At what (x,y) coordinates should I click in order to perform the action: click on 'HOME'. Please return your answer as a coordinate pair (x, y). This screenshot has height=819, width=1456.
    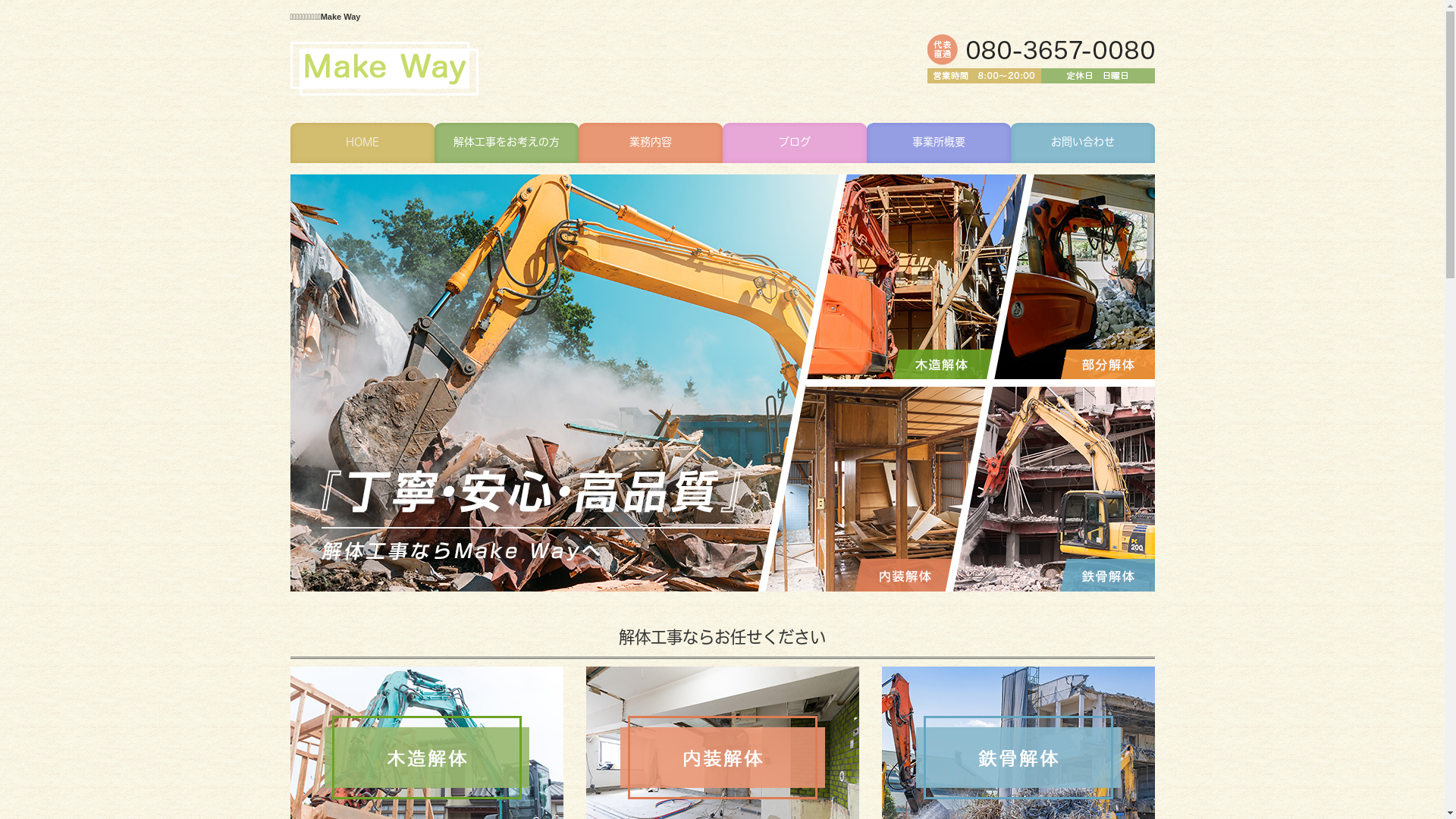
    Looking at the image, I should click on (290, 143).